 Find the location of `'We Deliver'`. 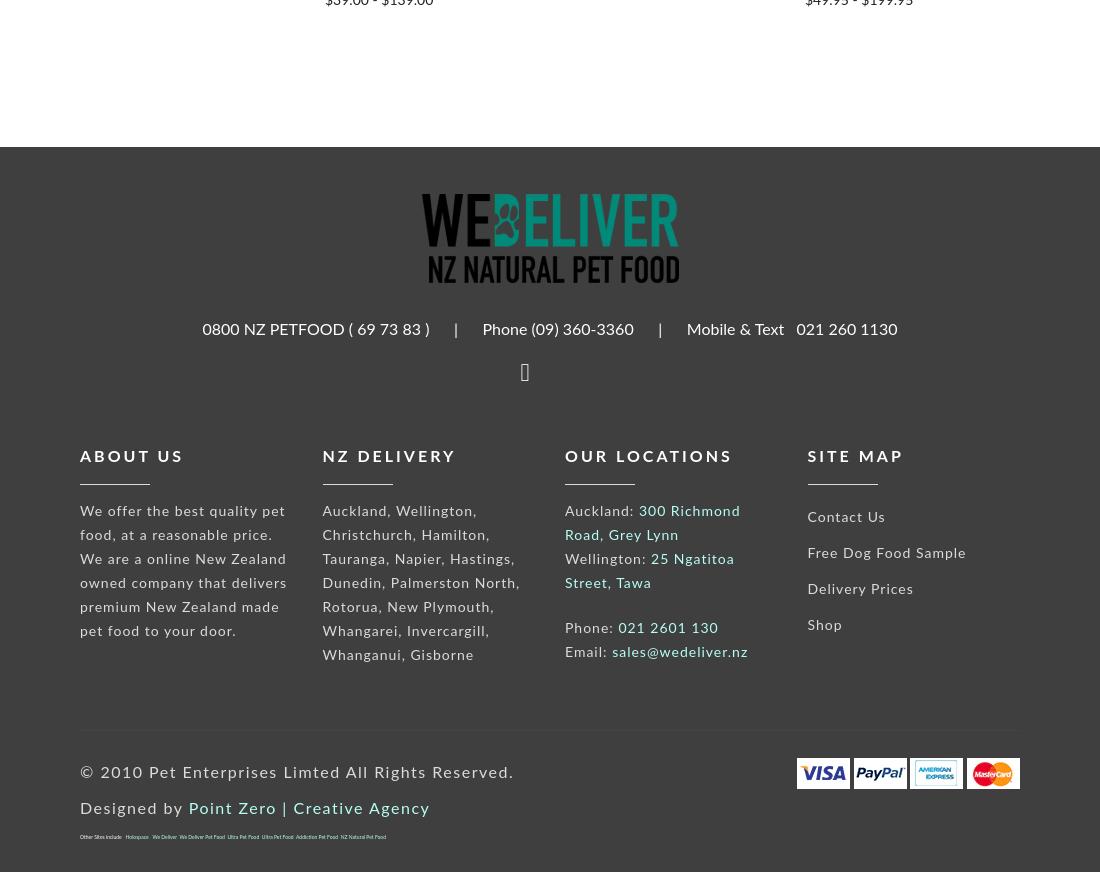

'We Deliver' is located at coordinates (163, 837).